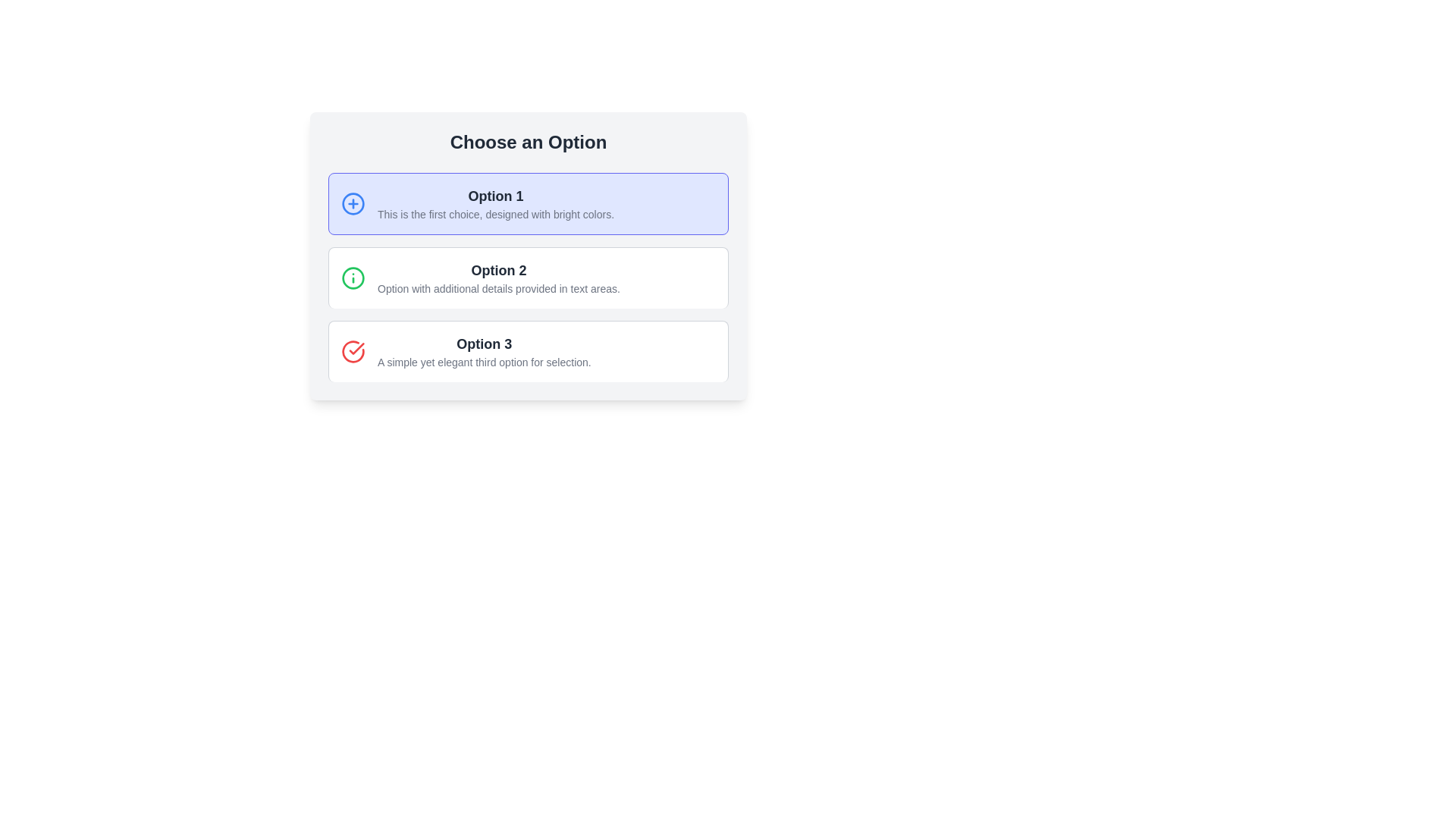  What do you see at coordinates (483, 344) in the screenshot?
I see `the text label that serves as the title for the third option, positioned within the third card above the descriptive text` at bounding box center [483, 344].